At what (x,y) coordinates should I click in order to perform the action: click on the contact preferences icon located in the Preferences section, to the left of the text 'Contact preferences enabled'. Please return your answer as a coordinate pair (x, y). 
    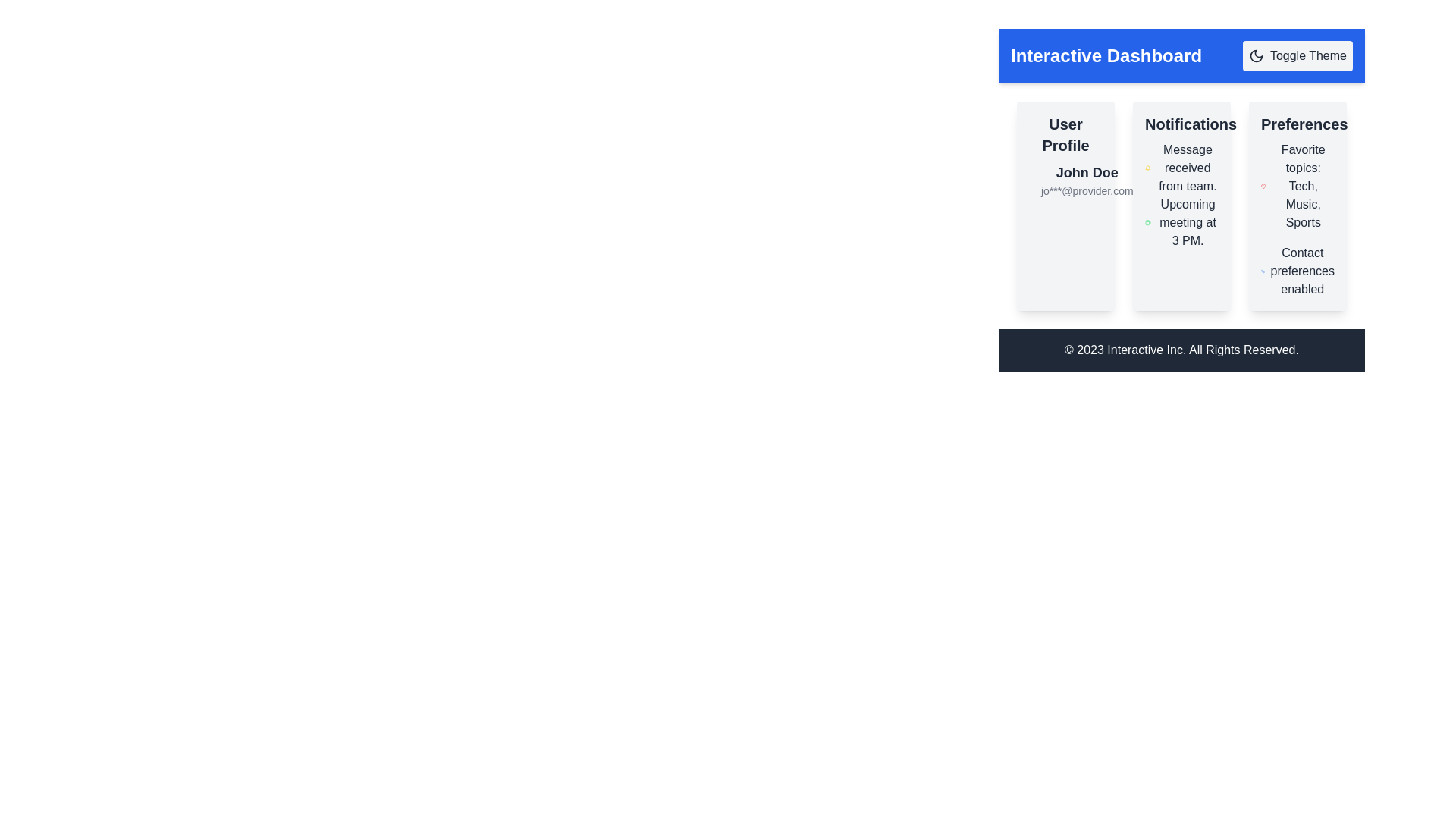
    Looking at the image, I should click on (1263, 271).